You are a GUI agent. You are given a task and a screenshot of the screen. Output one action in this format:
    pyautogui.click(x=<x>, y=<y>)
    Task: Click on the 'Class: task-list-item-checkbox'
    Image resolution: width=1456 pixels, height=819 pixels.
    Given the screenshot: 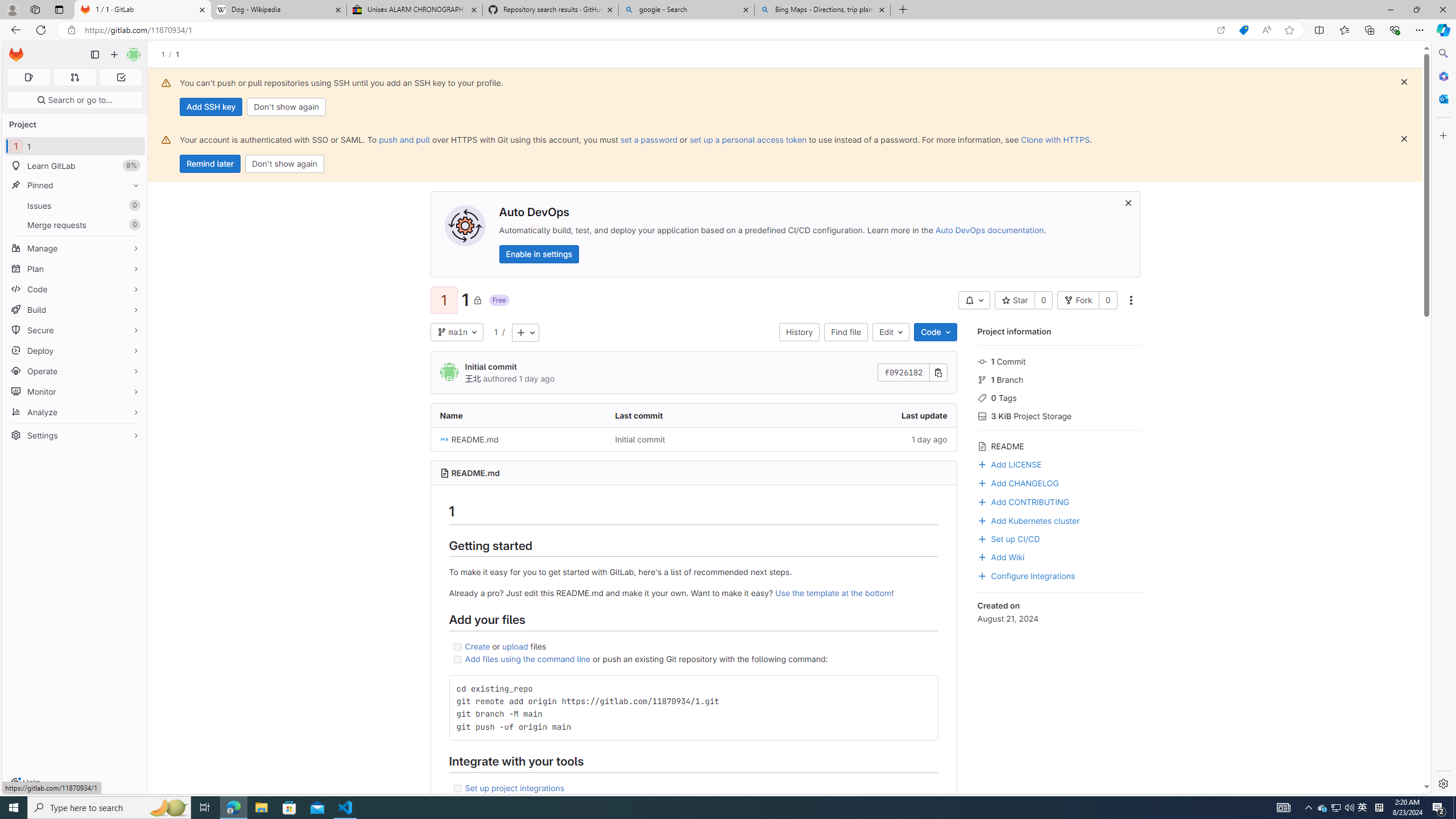 What is the action you would take?
    pyautogui.click(x=457, y=788)
    